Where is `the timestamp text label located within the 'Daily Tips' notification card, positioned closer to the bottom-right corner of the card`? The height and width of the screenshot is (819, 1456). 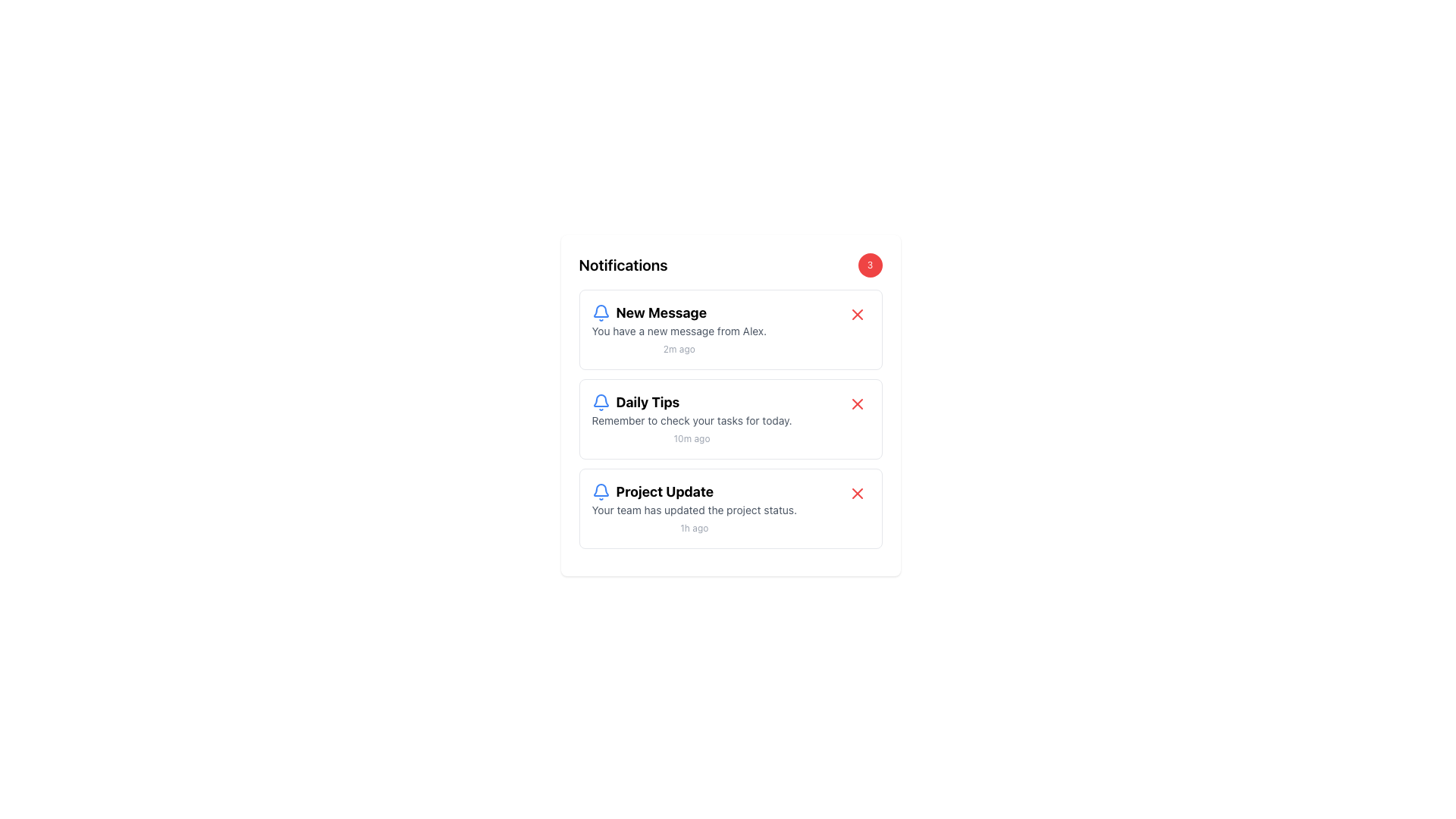
the timestamp text label located within the 'Daily Tips' notification card, positioned closer to the bottom-right corner of the card is located at coordinates (691, 438).